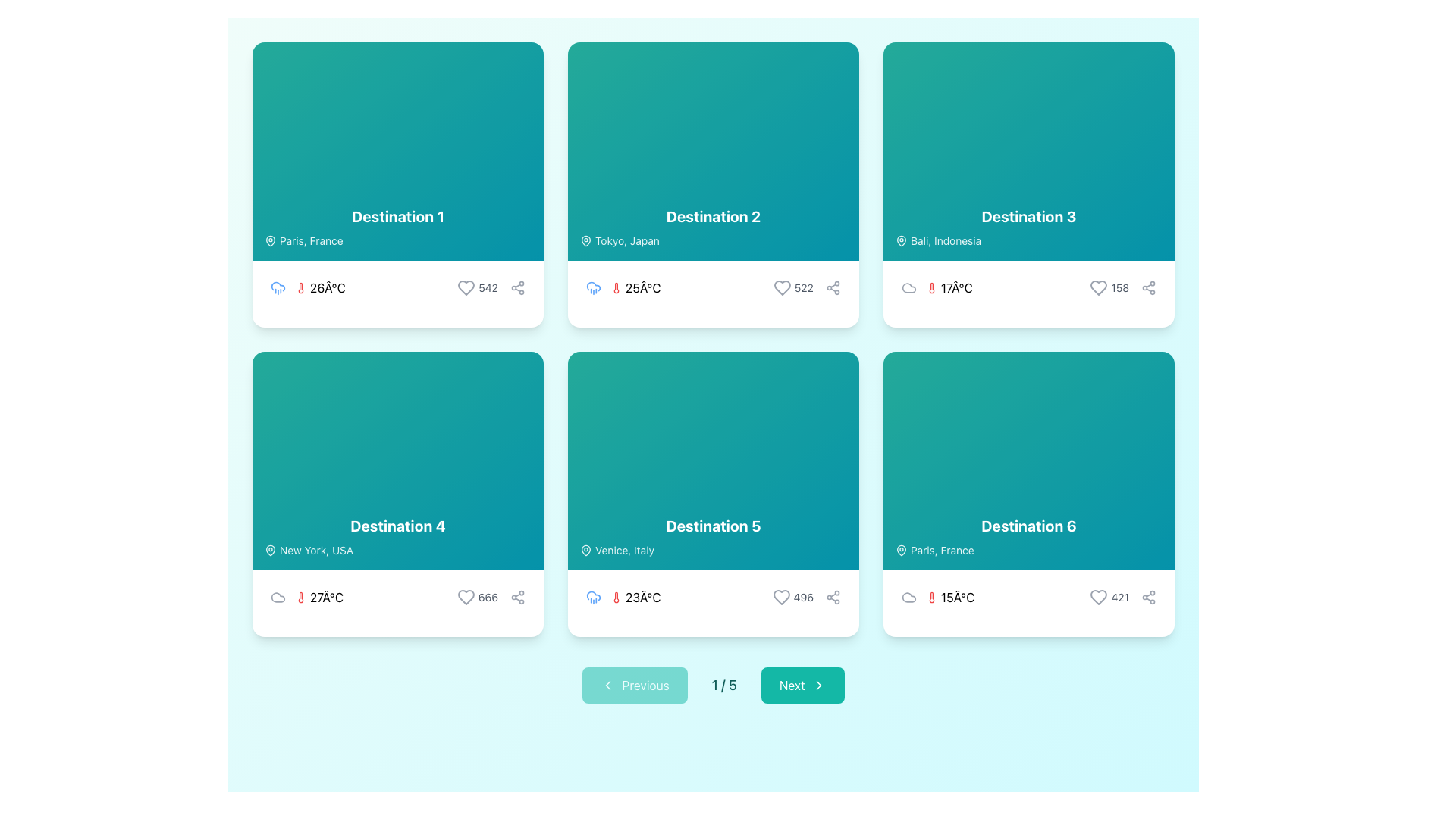 The height and width of the screenshot is (819, 1456). Describe the element at coordinates (782, 288) in the screenshot. I see `the button that allows users to indicate their preference for the travel destination associated with 'Destination 2', located to the left of the number '522'` at that location.